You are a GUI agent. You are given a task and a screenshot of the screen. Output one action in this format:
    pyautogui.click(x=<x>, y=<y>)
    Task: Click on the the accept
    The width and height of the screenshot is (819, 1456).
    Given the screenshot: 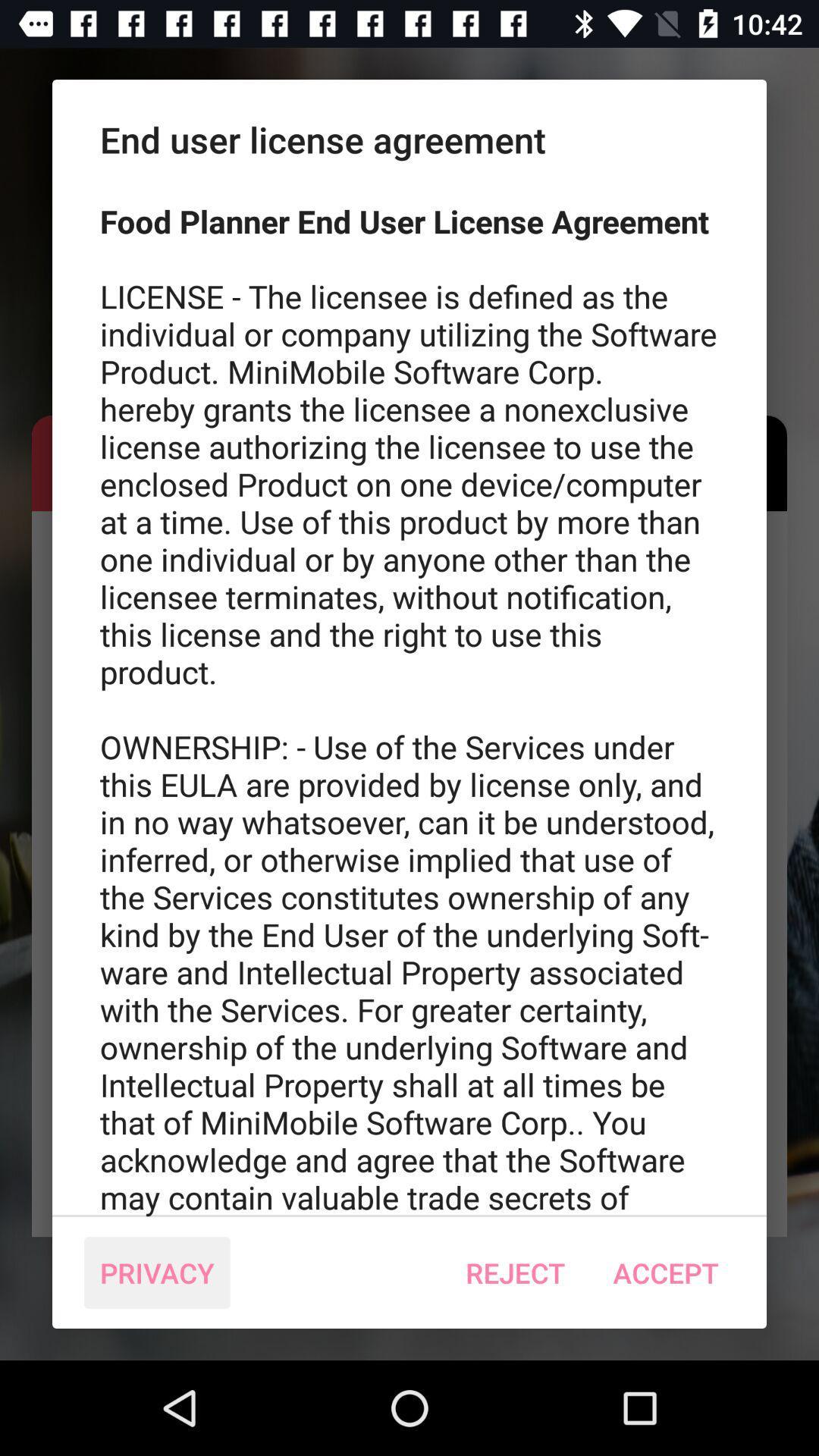 What is the action you would take?
    pyautogui.click(x=665, y=1272)
    